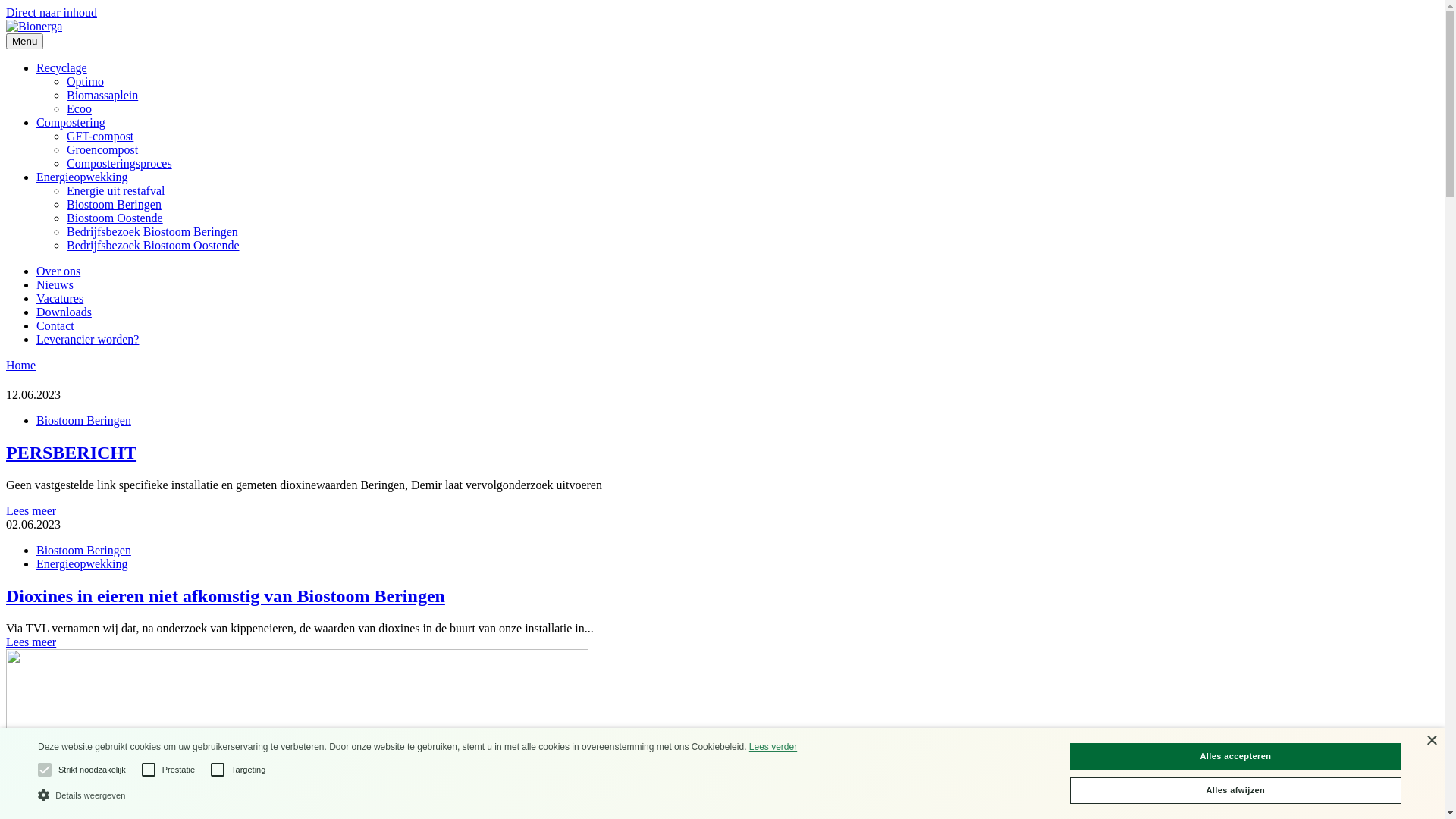 The height and width of the screenshot is (819, 1456). I want to click on 'Recyclage', so click(61, 67).